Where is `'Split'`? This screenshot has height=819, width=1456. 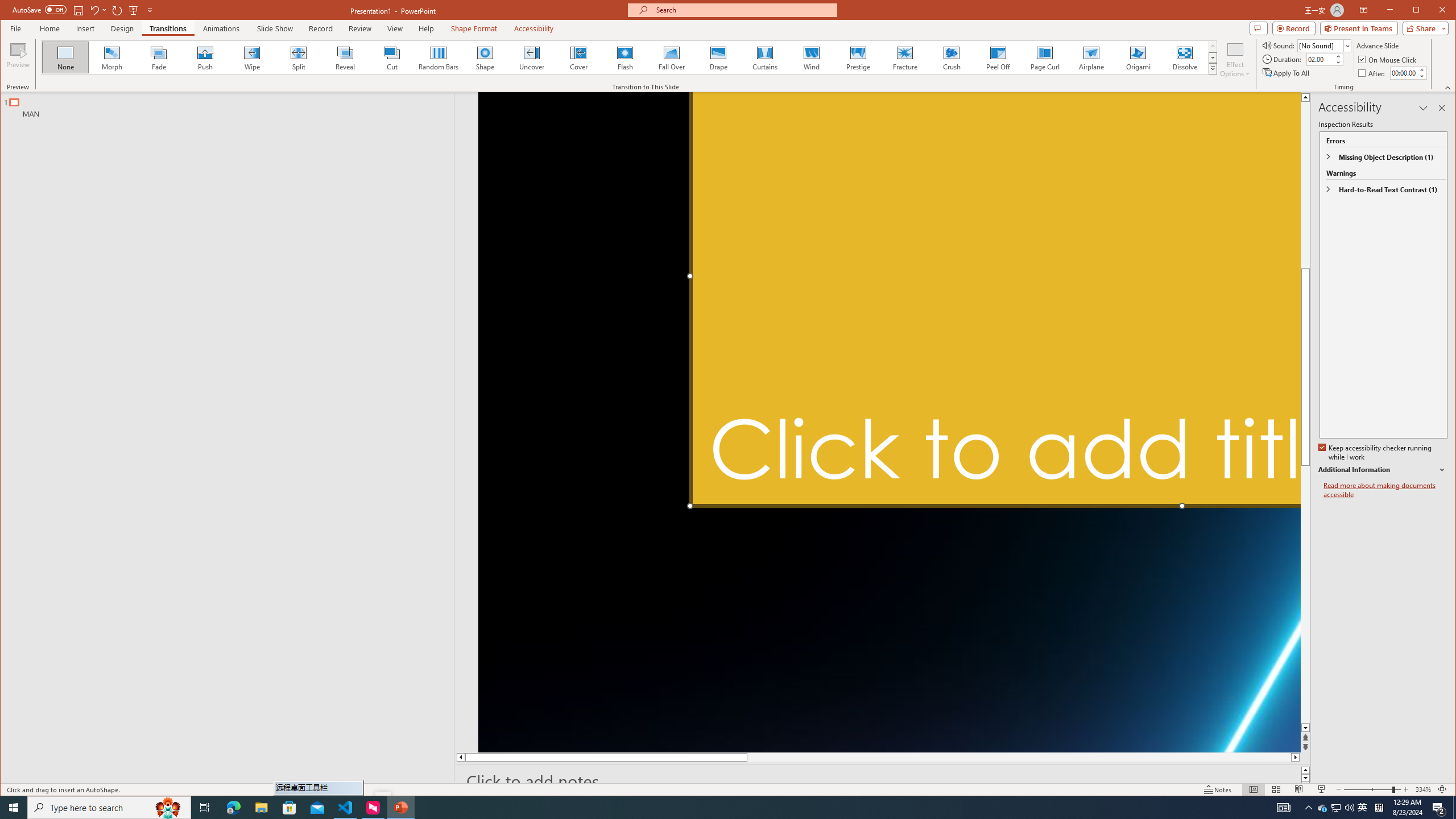
'Split' is located at coordinates (297, 57).